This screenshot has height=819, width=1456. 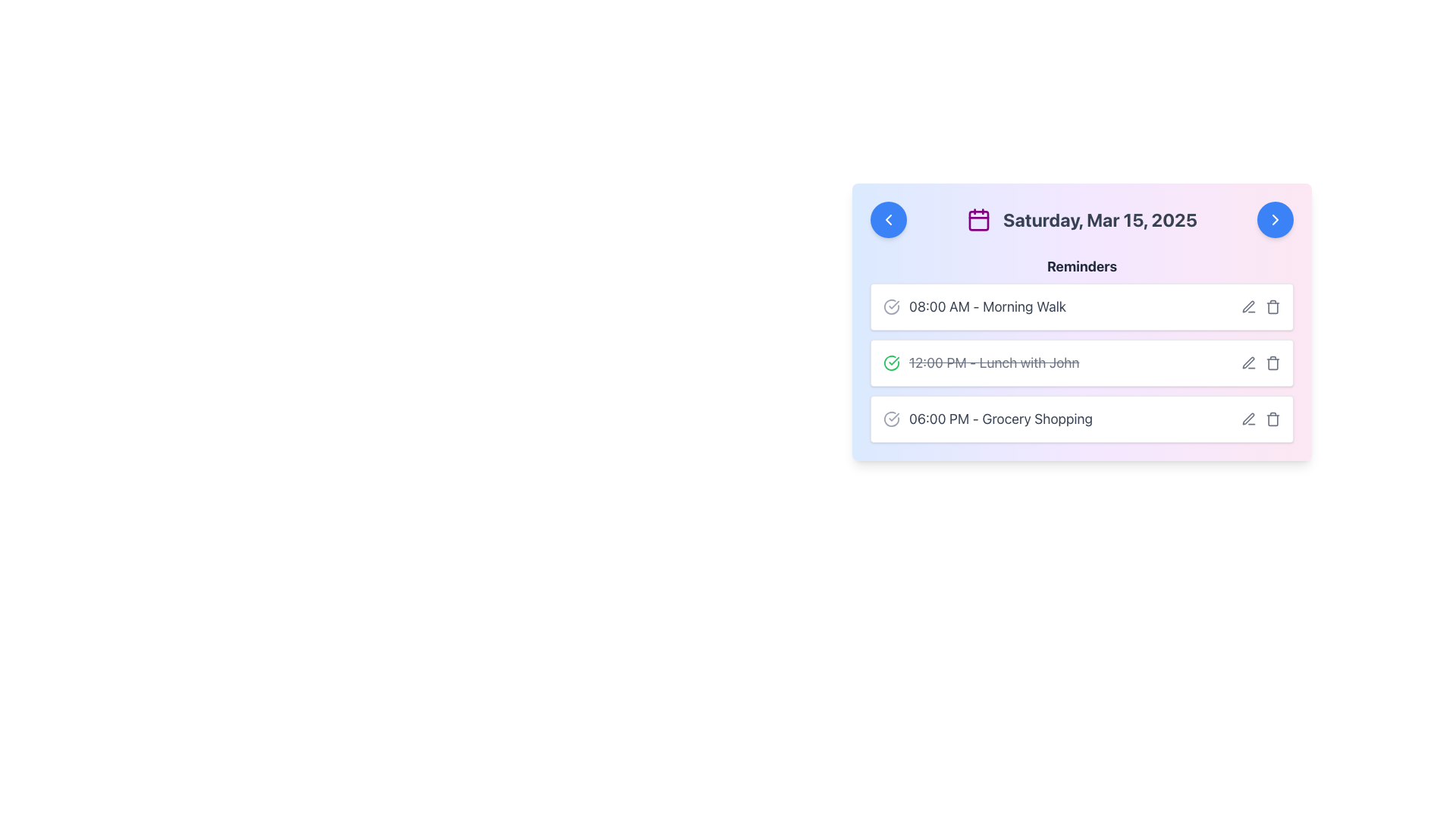 I want to click on the circular blue button with a white left-facing chevron icon to observe the hover effect before the text 'Saturday, Mar 15, 2025', so click(x=888, y=219).